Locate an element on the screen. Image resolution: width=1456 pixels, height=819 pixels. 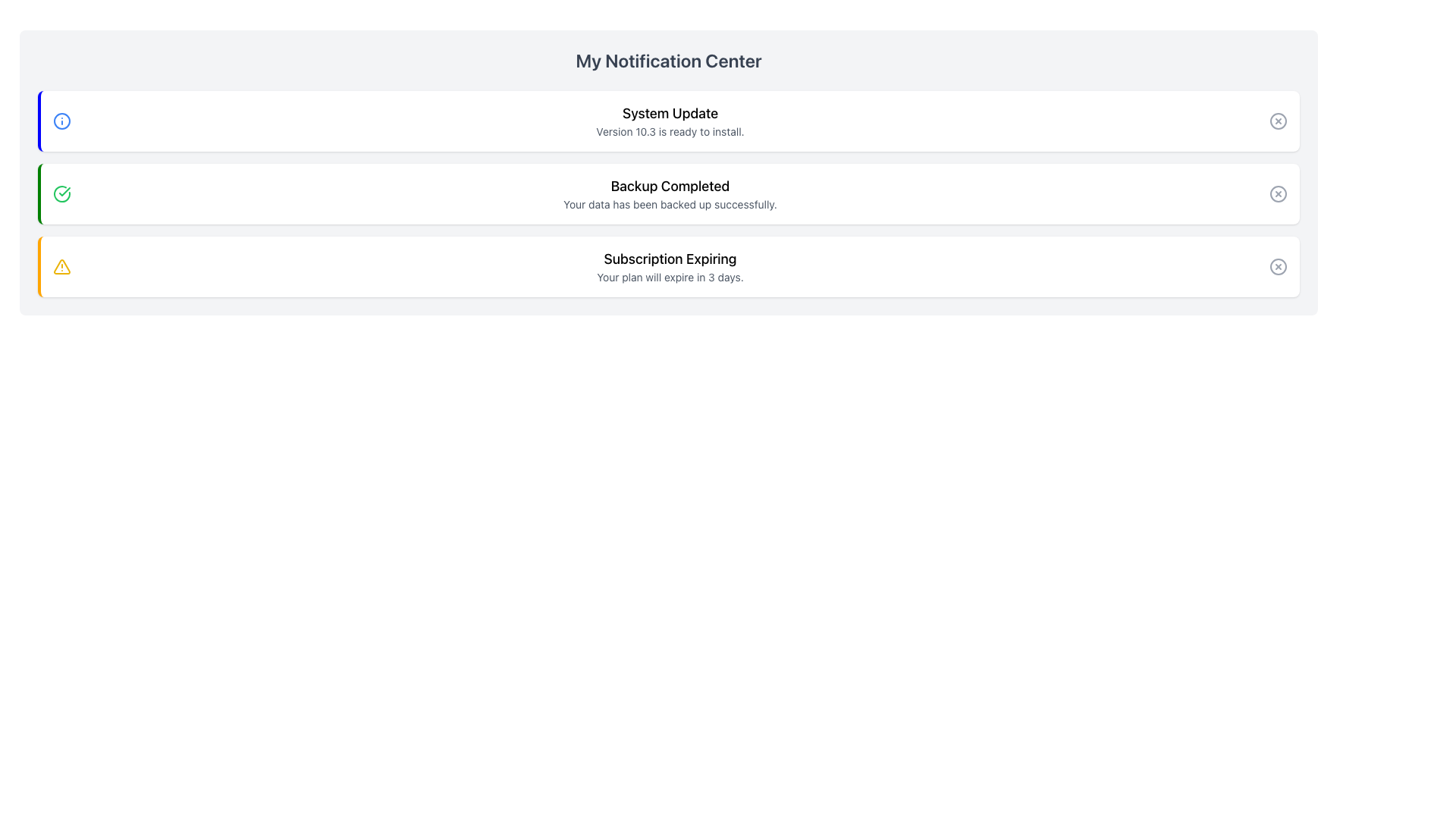
the prominently displayed title labeled 'My Notification Center', styled in large, bold, and dark-gray text, located at the top of the notification panel is located at coordinates (668, 60).